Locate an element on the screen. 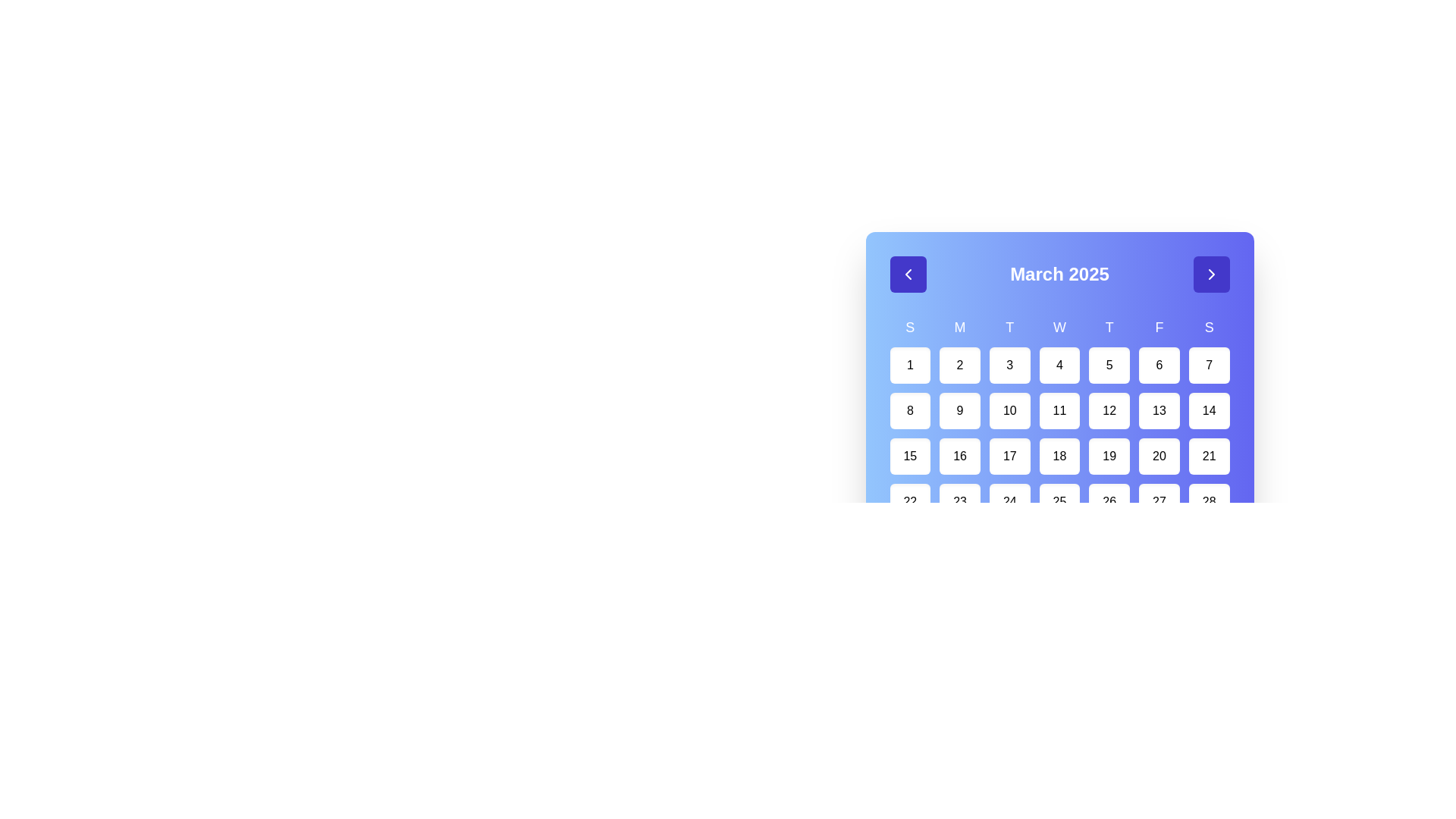 The width and height of the screenshot is (1456, 819). text displayed in the header of the calendar interface that indicates the currently displayed month and year is located at coordinates (1059, 275).